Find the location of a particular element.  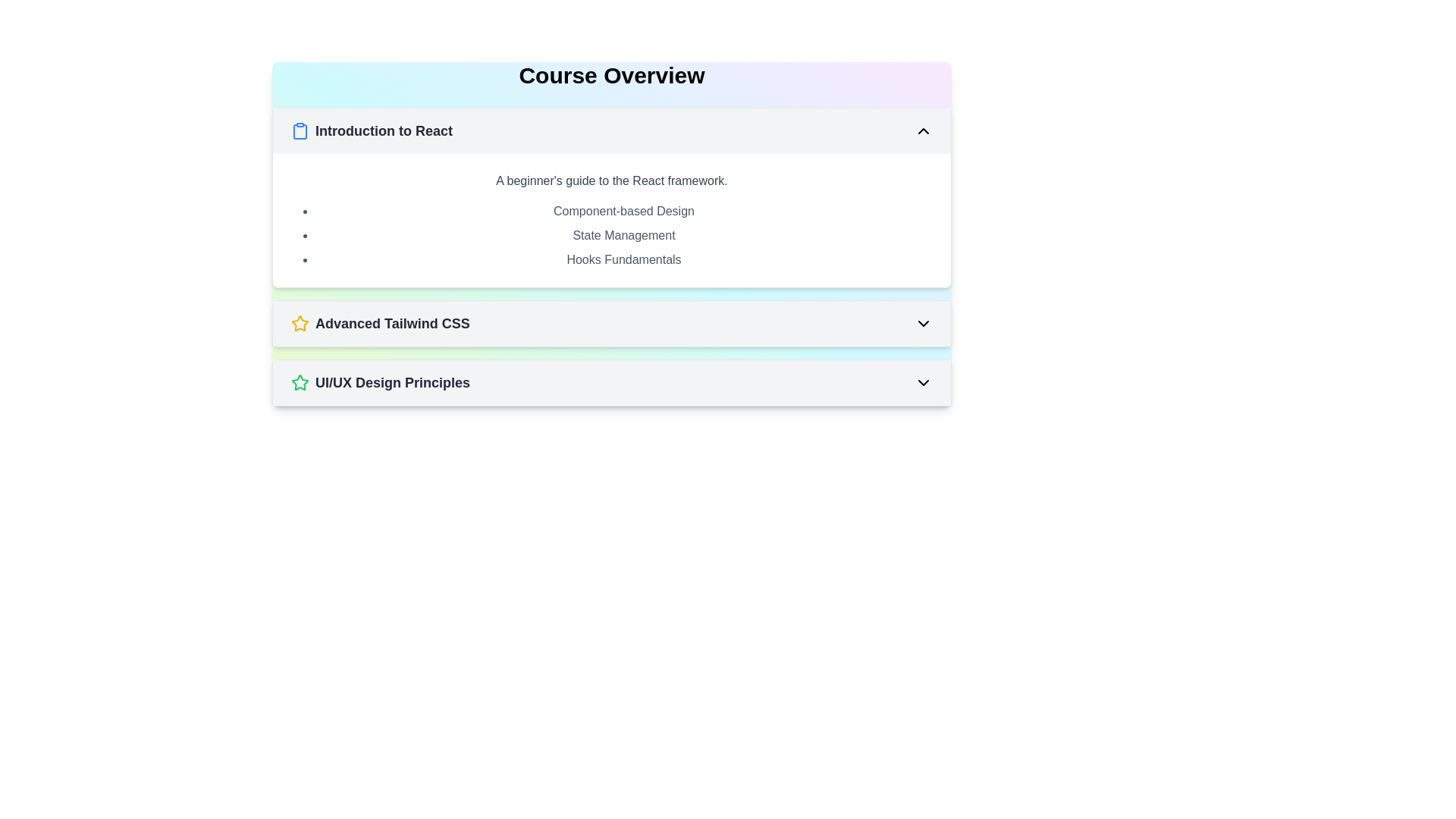

the interactive icon at the far right of the 'UI/UX Design Principles' section is located at coordinates (923, 382).